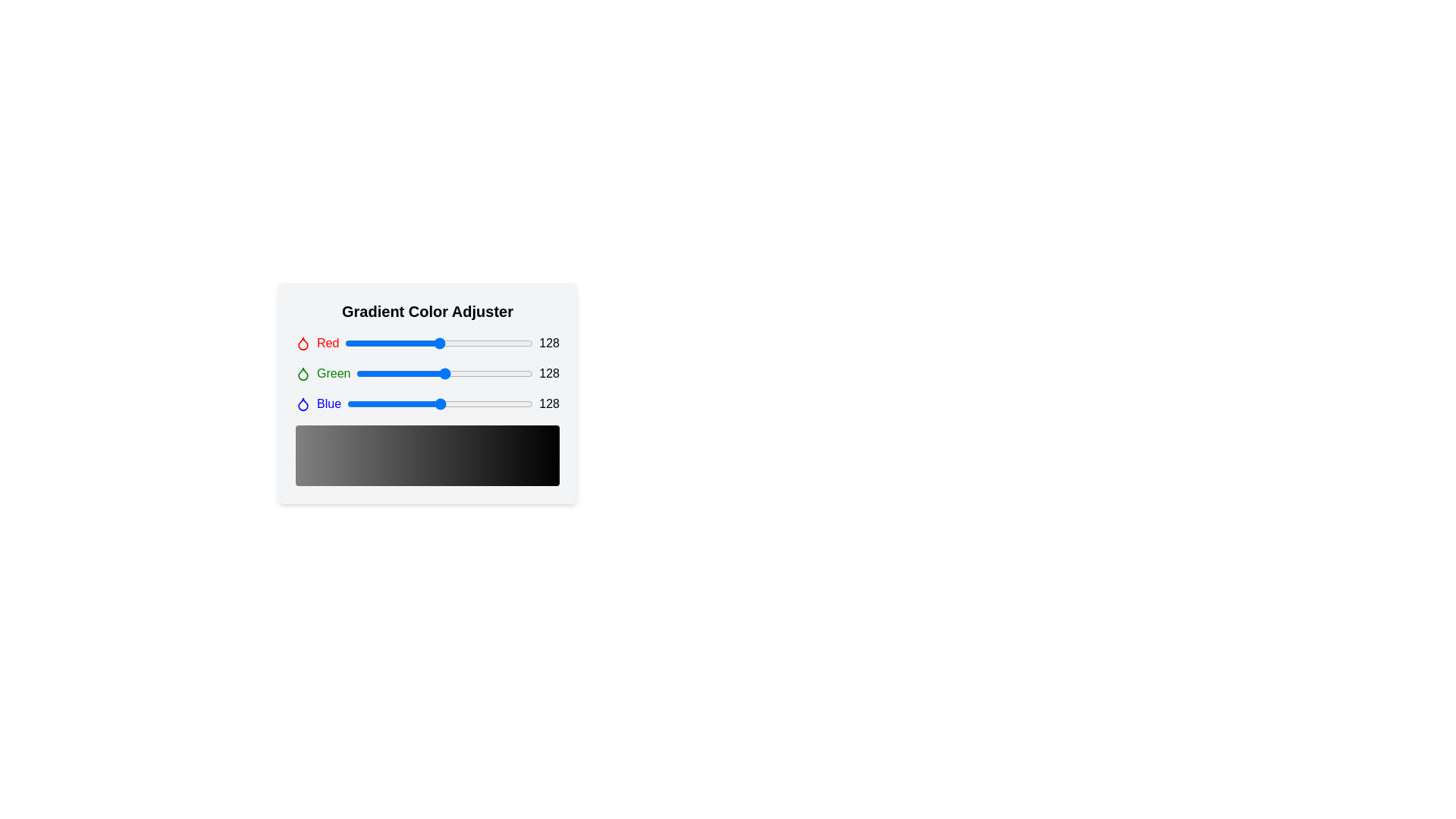 Image resolution: width=1456 pixels, height=819 pixels. What do you see at coordinates (438, 403) in the screenshot?
I see `the blue color slider to 126` at bounding box center [438, 403].